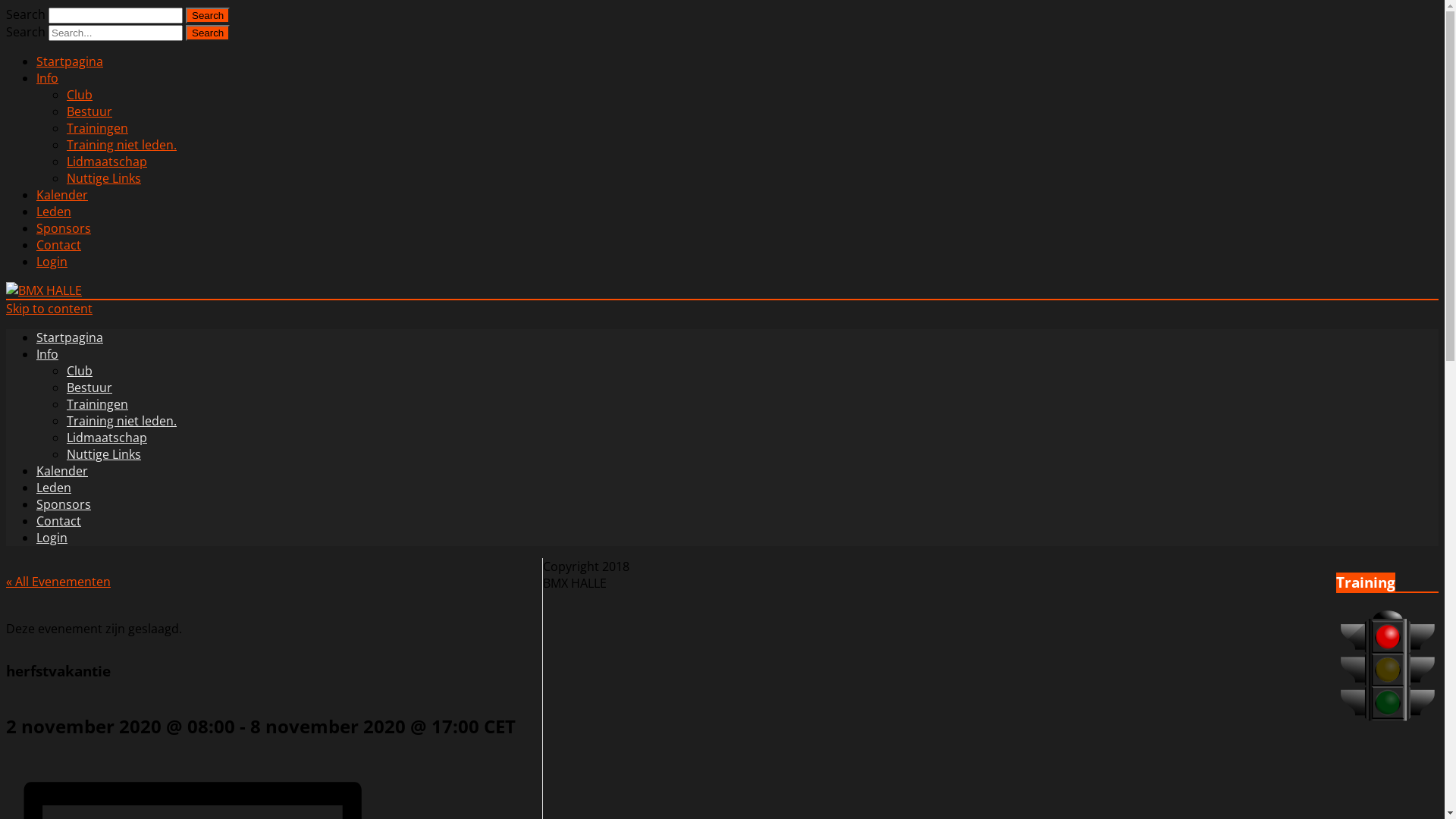  I want to click on 'Trainingen', so click(96, 403).